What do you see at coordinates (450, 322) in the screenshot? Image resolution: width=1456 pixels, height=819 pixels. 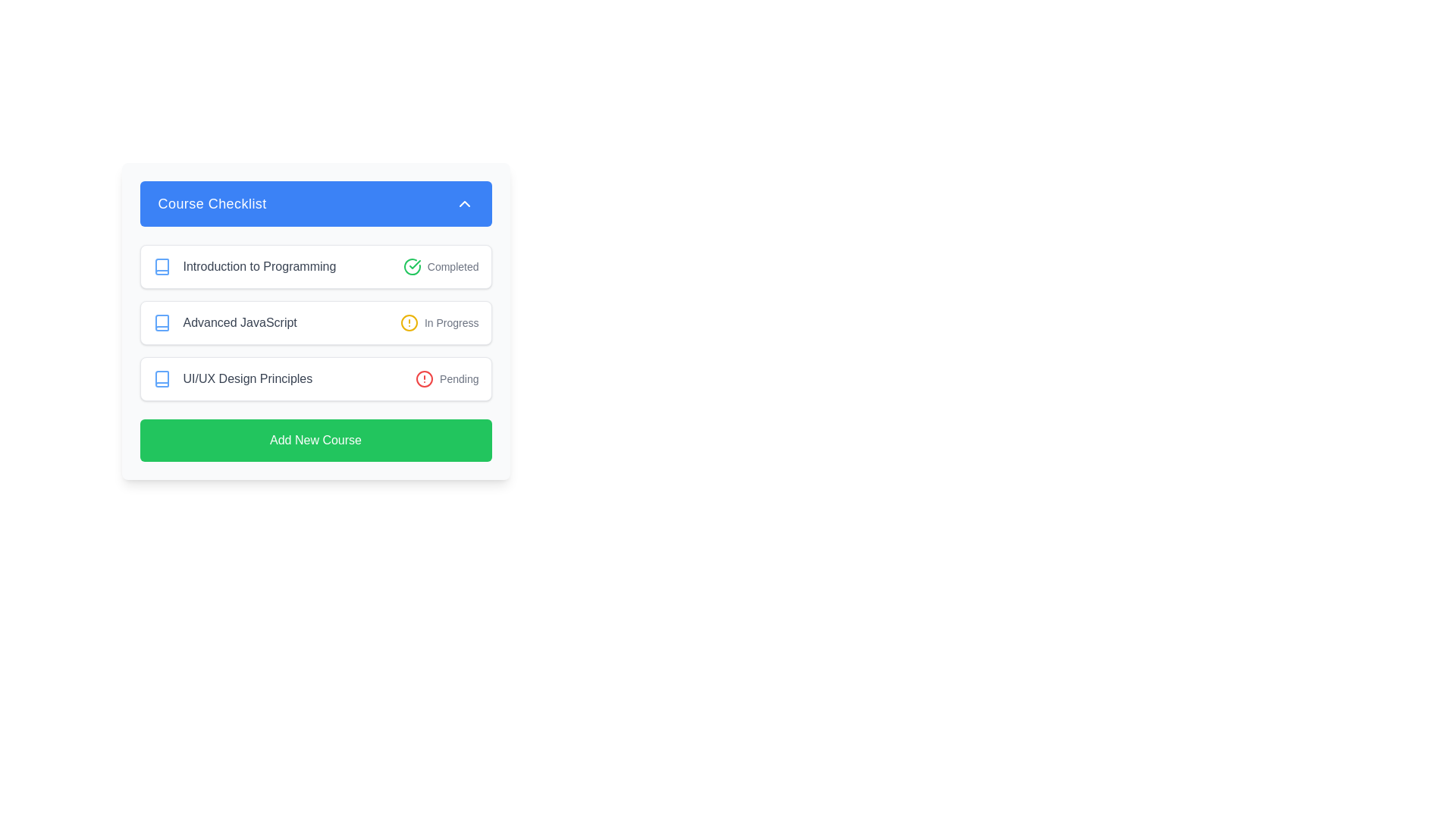 I see `the 'In Progress' label that is gray in color and located to the right of the yellow alert icon in the 'Advanced JavaScript' row` at bounding box center [450, 322].